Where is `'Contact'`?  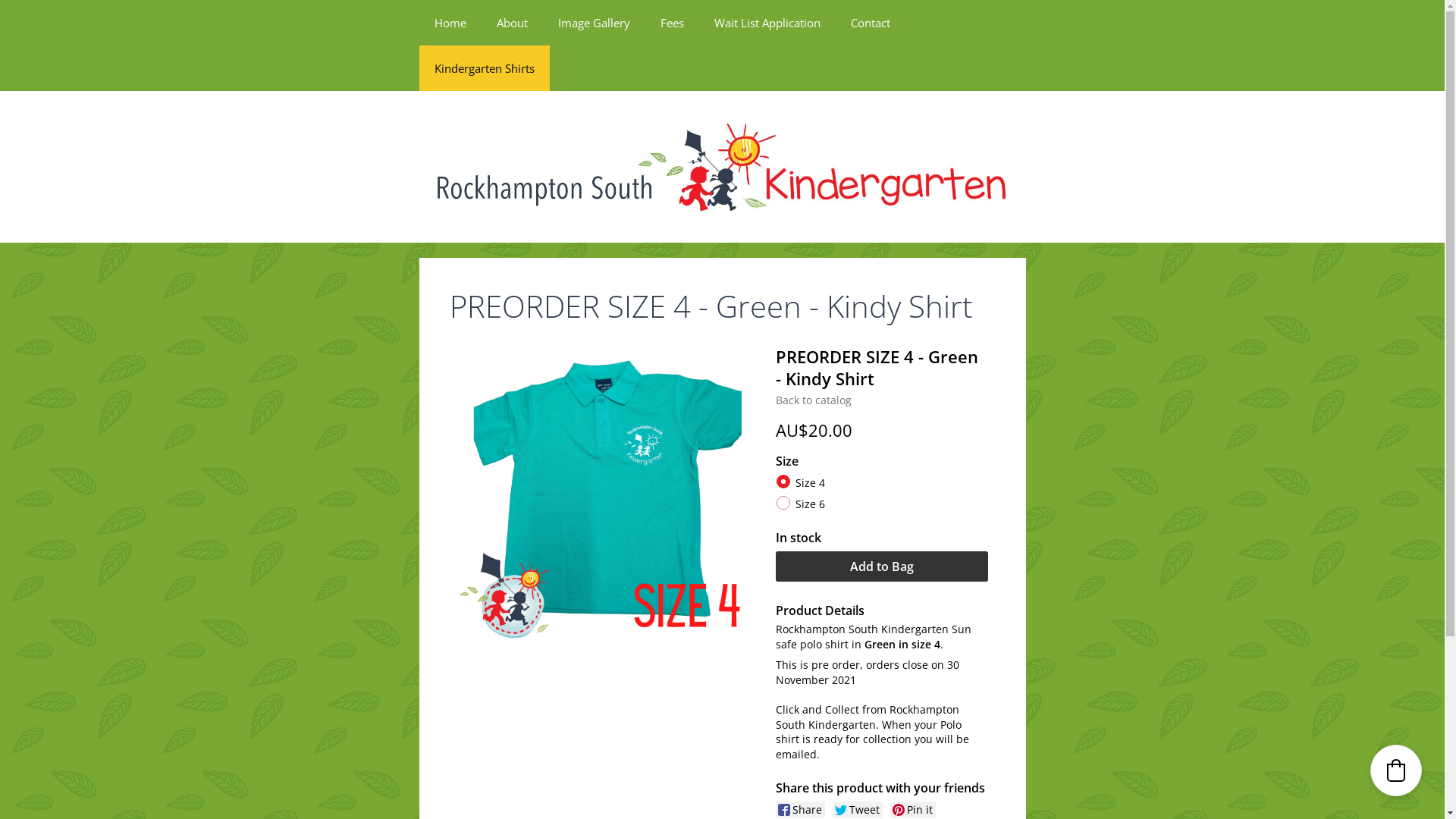
'Contact' is located at coordinates (870, 23).